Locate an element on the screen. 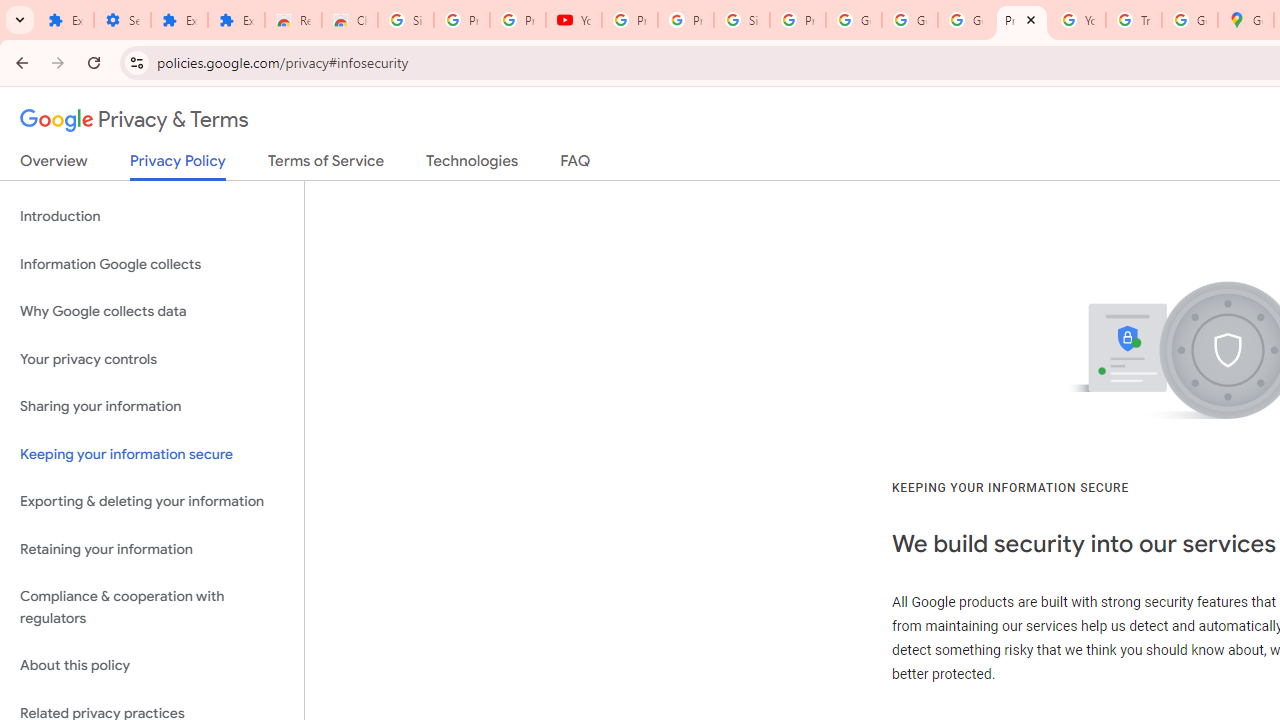 This screenshot has width=1280, height=720. 'Reviews: Helix Fruit Jump Arcade Game' is located at coordinates (292, 20).